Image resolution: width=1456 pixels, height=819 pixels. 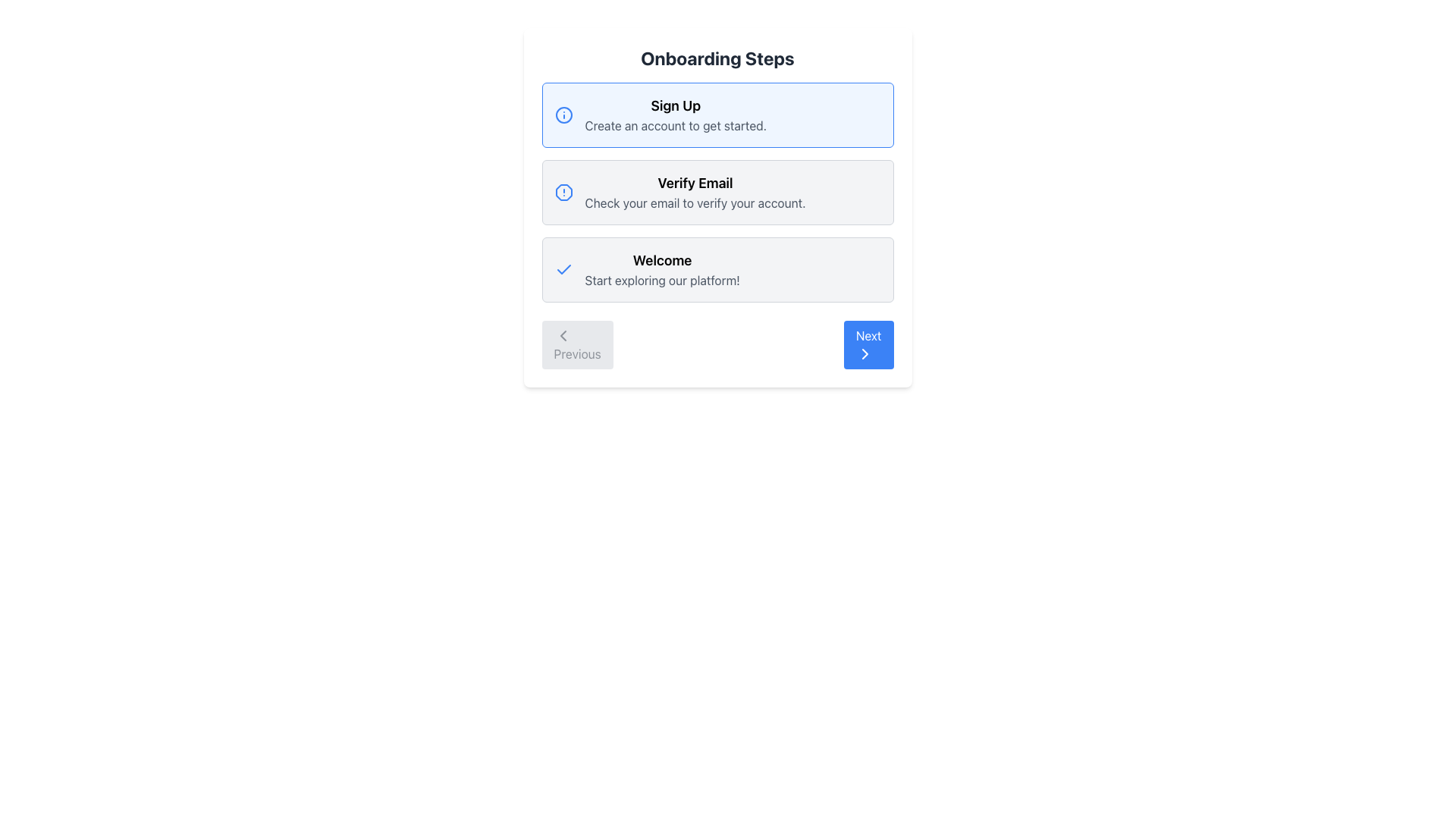 I want to click on the blue octagonal icon located to the left of the 'Verify Email' text in the second step of the onboarding steps list, so click(x=563, y=192).